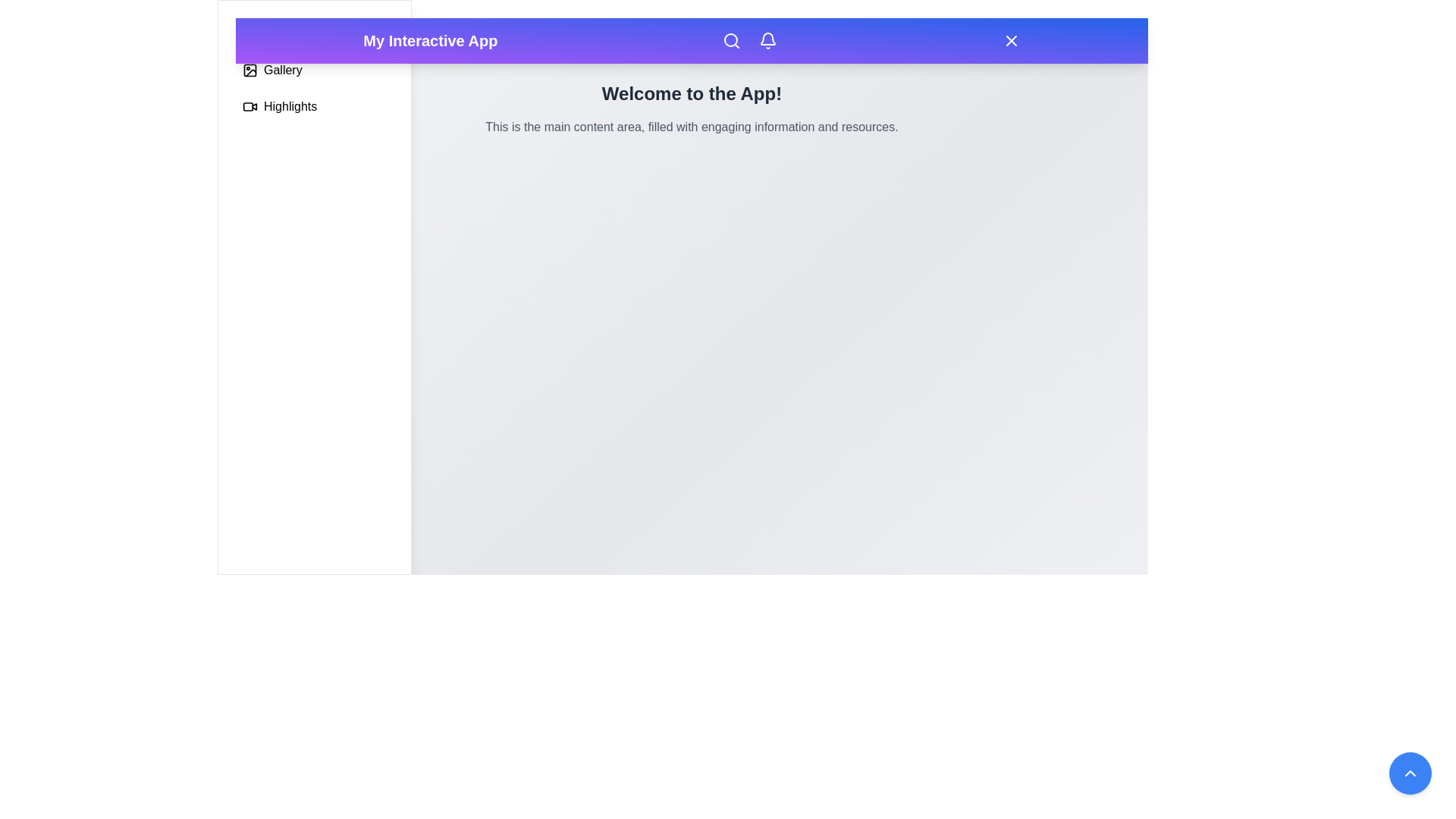 The width and height of the screenshot is (1456, 819). What do you see at coordinates (283, 70) in the screenshot?
I see `the 'Gallery' text label in the sidebar` at bounding box center [283, 70].